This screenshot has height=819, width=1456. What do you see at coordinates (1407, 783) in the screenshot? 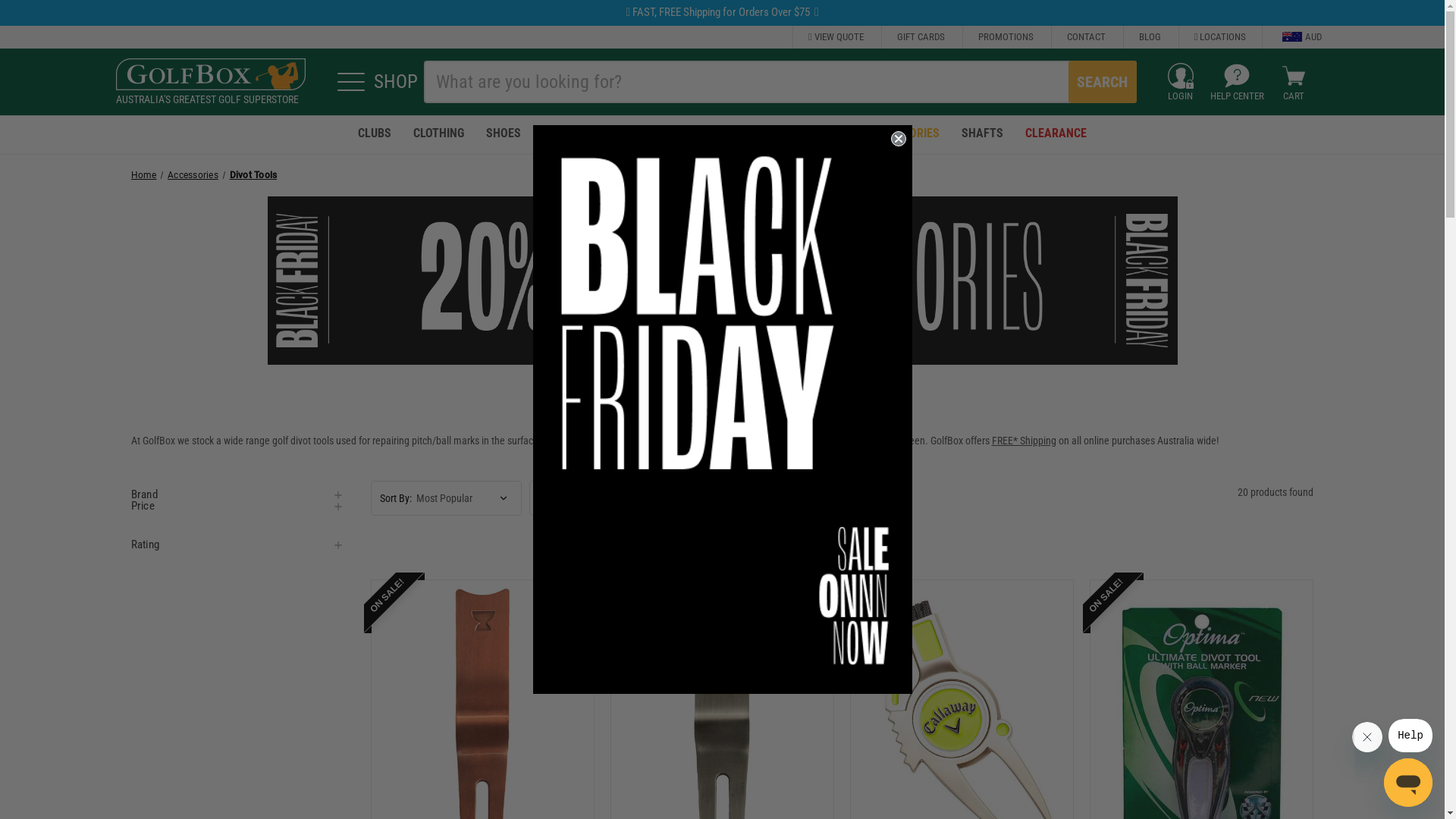
I see `'Button to launch messaging window'` at bounding box center [1407, 783].